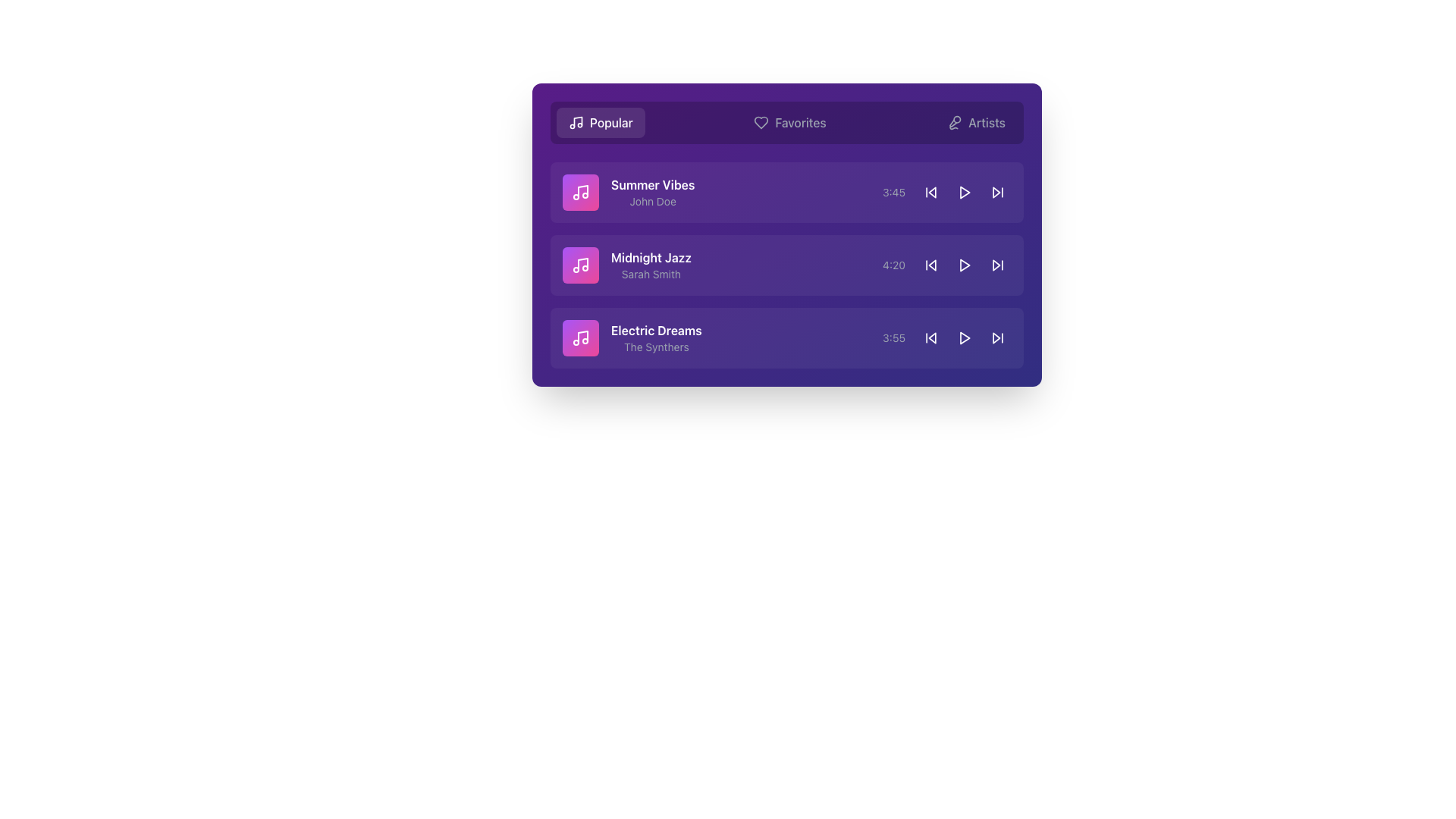 The height and width of the screenshot is (819, 1456). I want to click on text label containing 'Midnight Jazz' and 'Sarah Smith', which is located within the second item of a list of music tracks, positioned between 'Summer Vibes' and 'Electric Dreams', so click(651, 265).